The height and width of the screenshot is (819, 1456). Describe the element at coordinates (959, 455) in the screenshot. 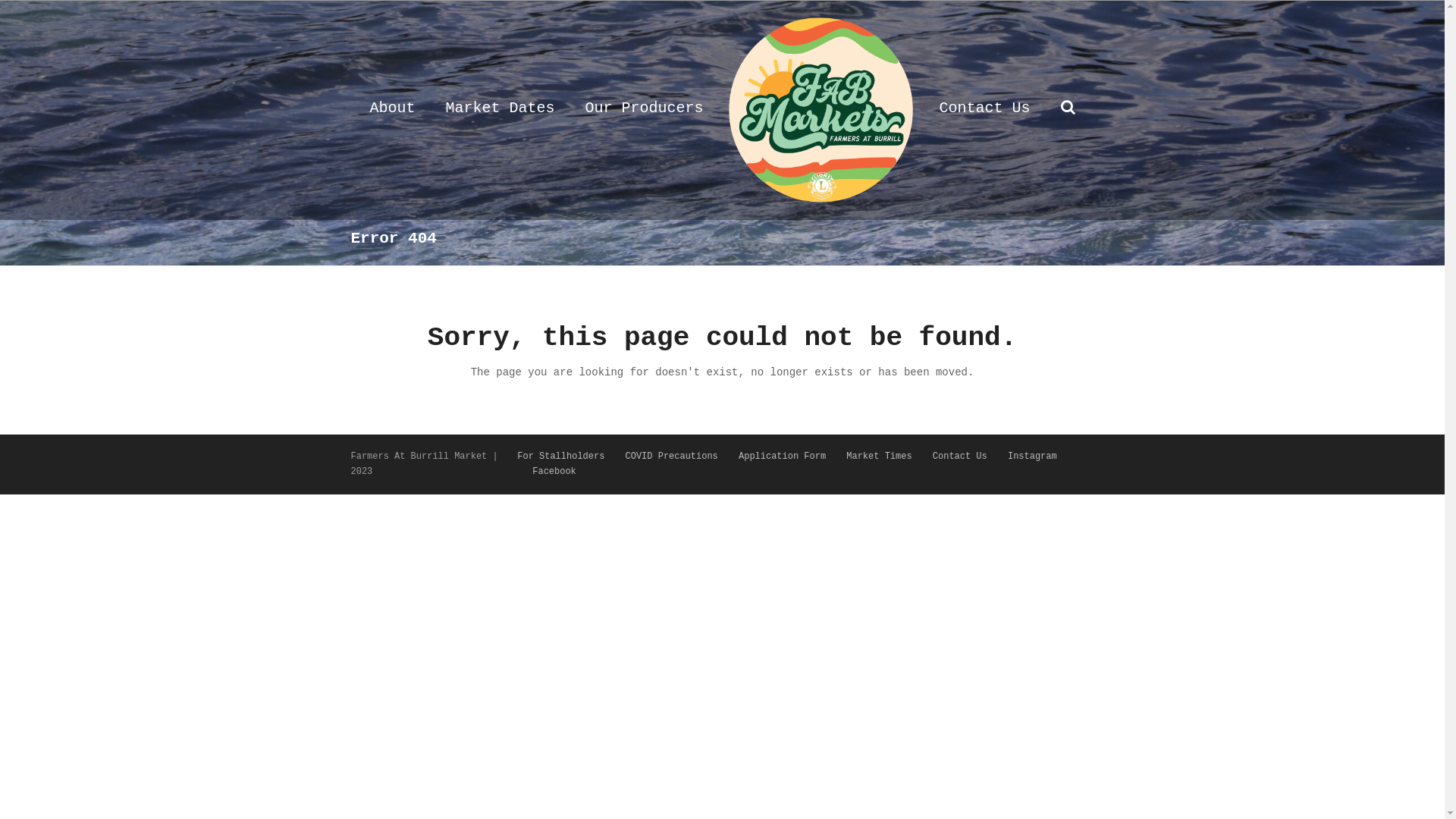

I see `'Contact Us'` at that location.